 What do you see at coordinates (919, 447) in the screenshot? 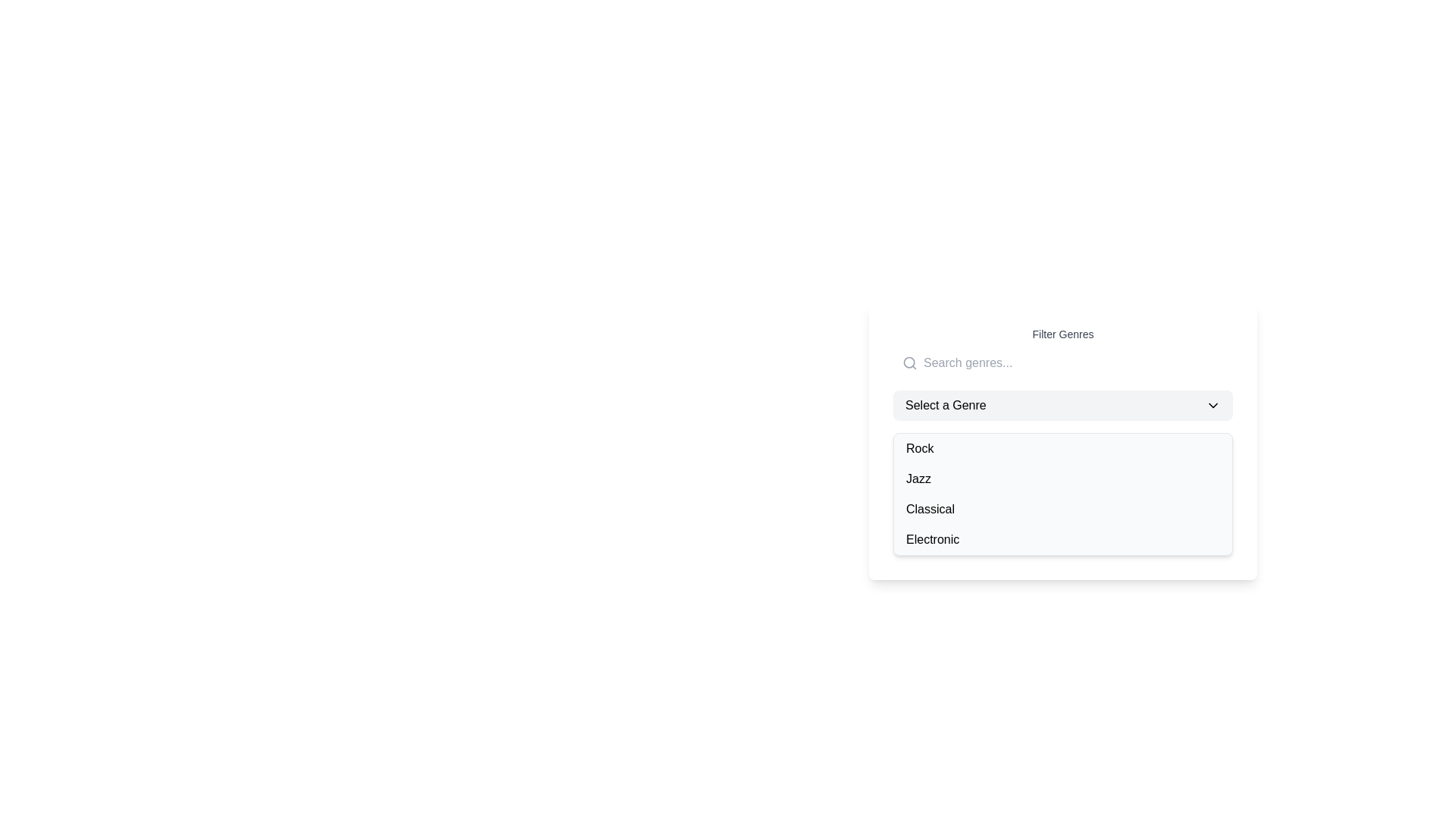
I see `the text label 'Rock' which is the first item in the selectable list below the title 'Select a Genre'` at bounding box center [919, 447].